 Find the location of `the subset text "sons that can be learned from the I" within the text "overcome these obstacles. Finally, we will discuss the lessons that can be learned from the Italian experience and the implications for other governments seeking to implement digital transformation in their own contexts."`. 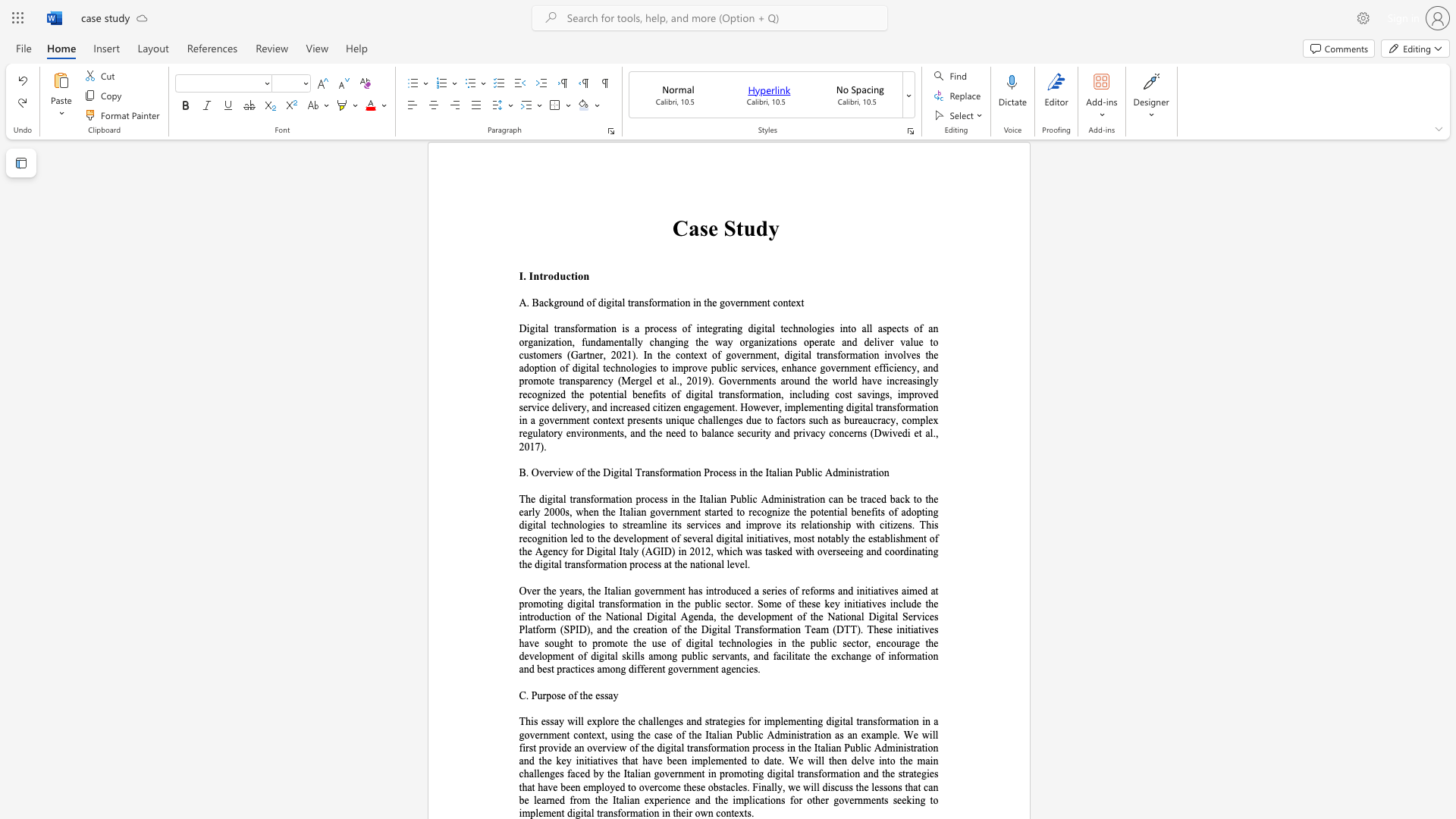

the subset text "sons that can be learned from the I" within the text "overcome these obstacles. Finally, we will discuss the lessons that can be learned from the Italian experience and the implications for other governments seeking to implement digital transformation in their own contexts." is located at coordinates (883, 786).